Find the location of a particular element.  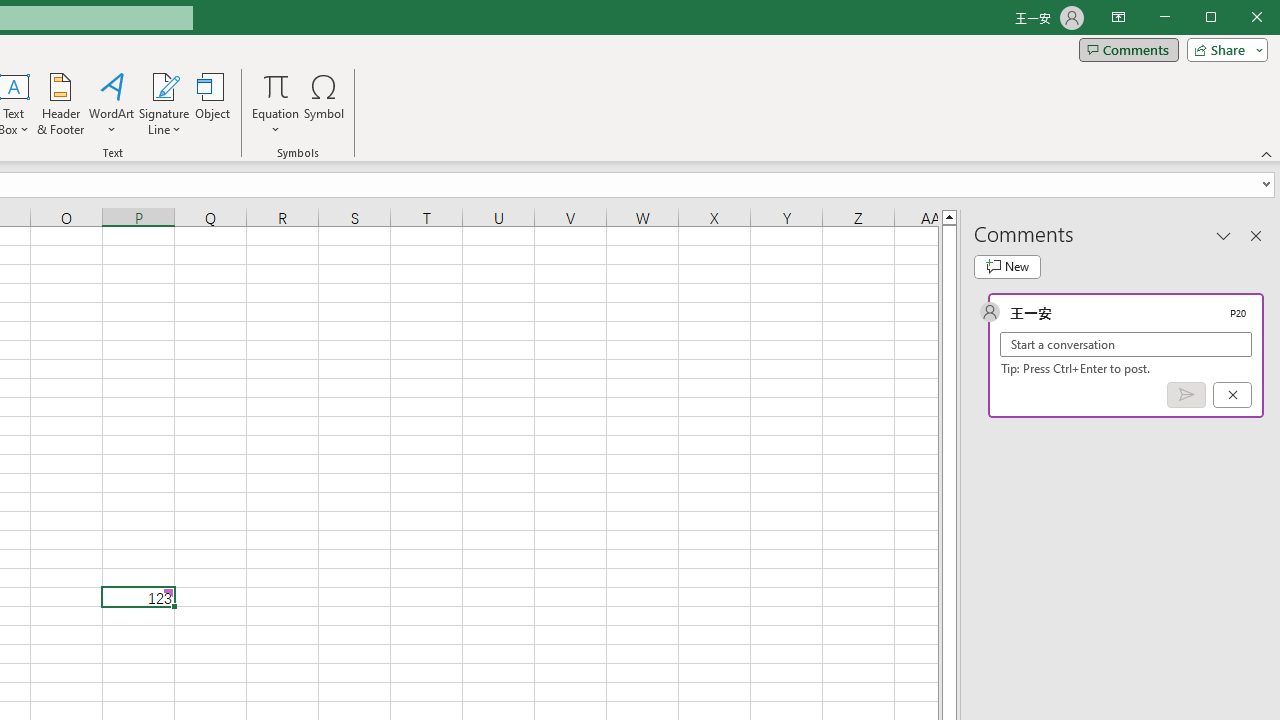

'WordArt' is located at coordinates (111, 104).